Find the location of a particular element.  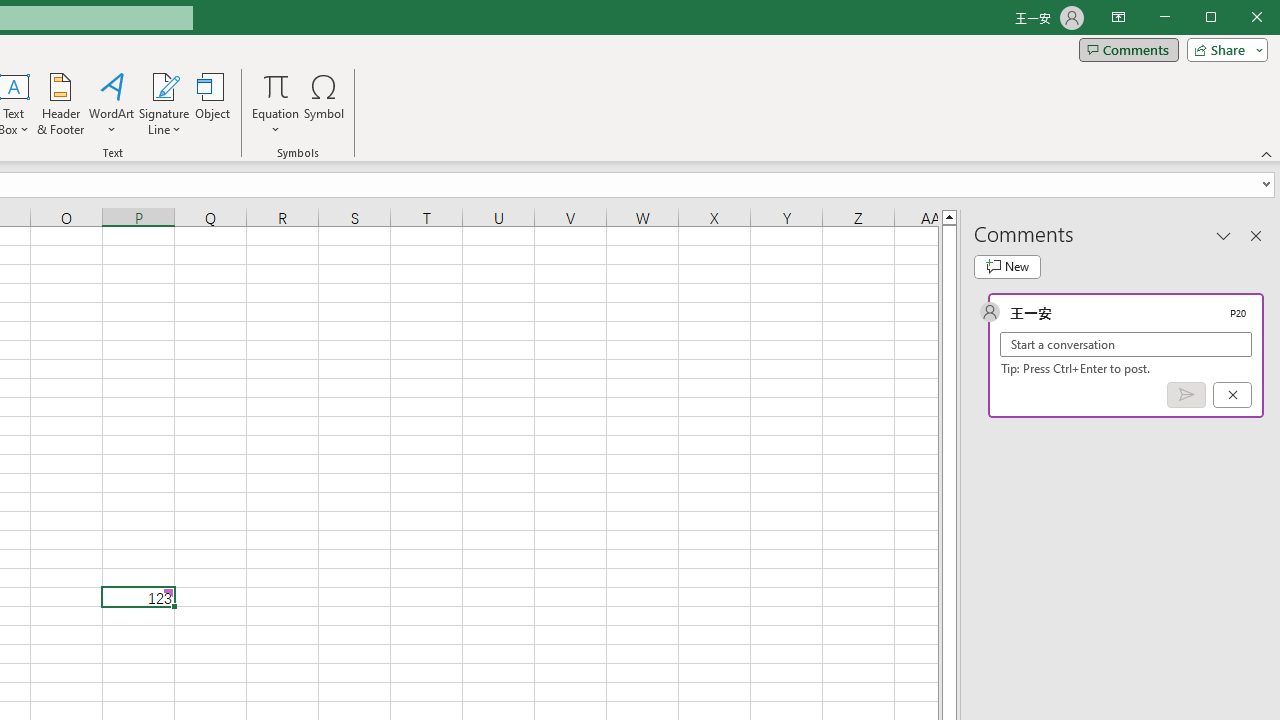

'WordArt' is located at coordinates (111, 104).